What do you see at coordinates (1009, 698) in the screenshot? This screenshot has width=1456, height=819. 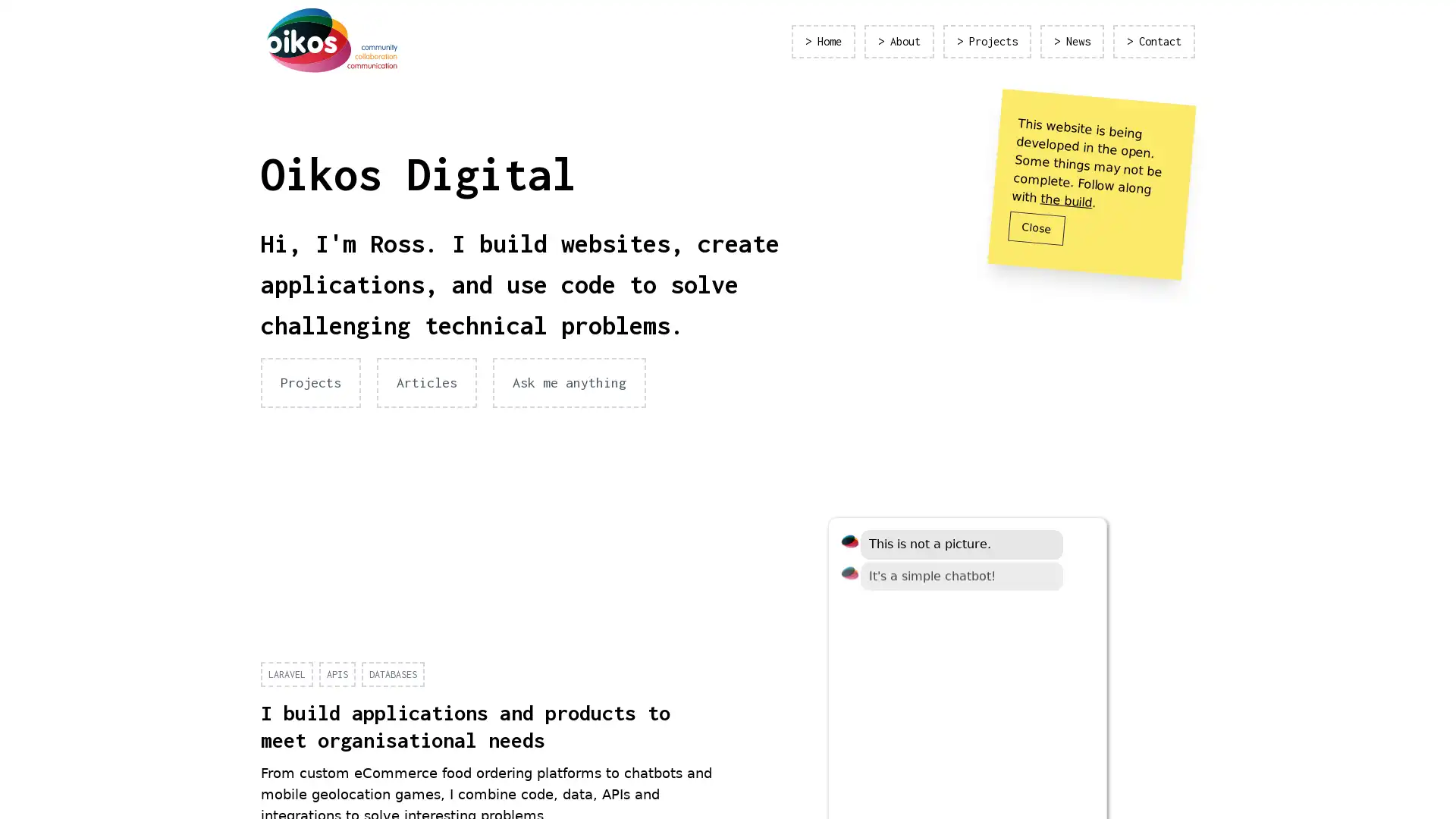 I see `Geeky chatbot facts` at bounding box center [1009, 698].